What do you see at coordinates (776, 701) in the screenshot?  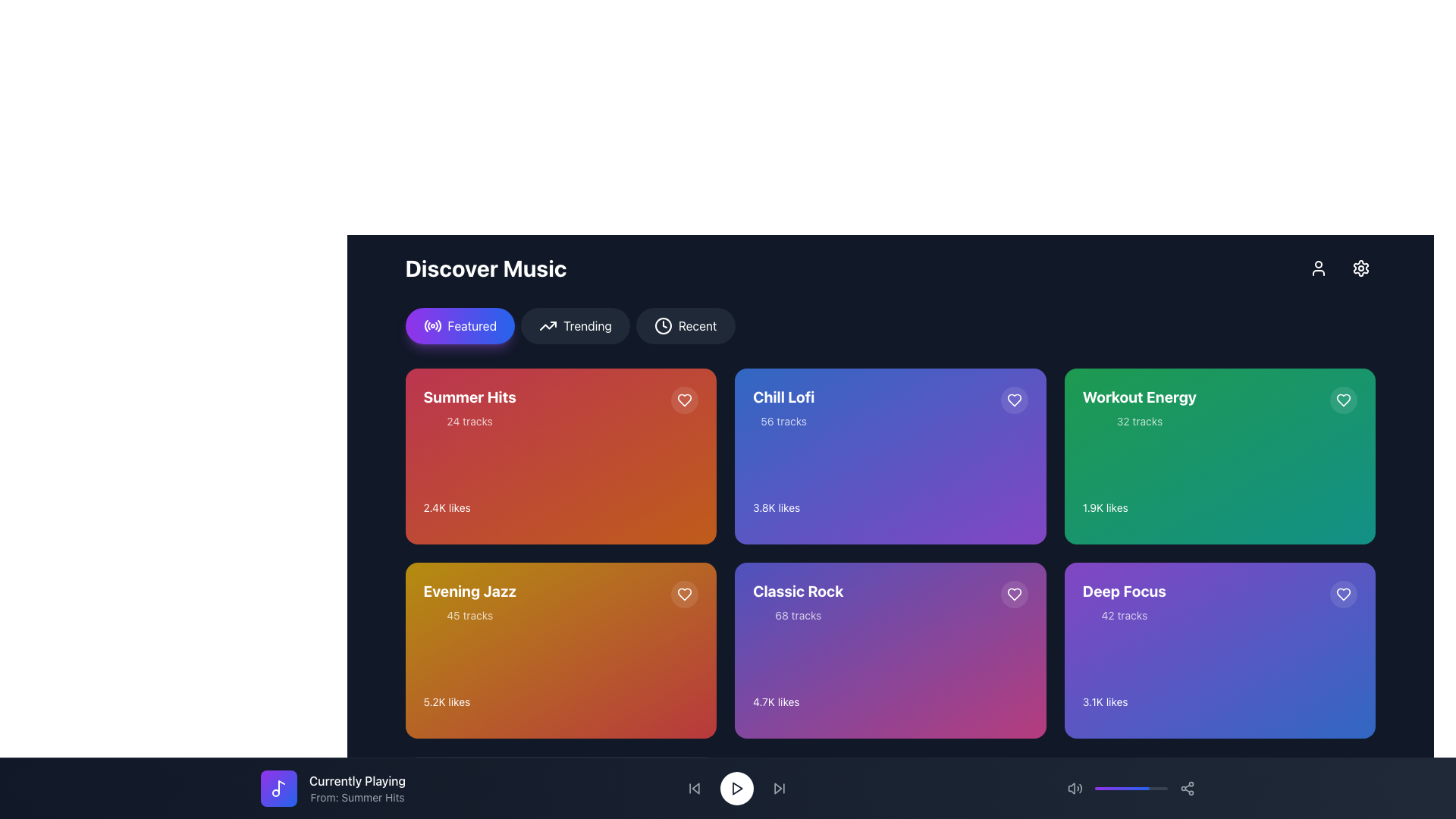 I see `the text label displaying the number of likes for the 'Classic Rock' card, located at the bottom center of the card in the 'Discover Music' section` at bounding box center [776, 701].